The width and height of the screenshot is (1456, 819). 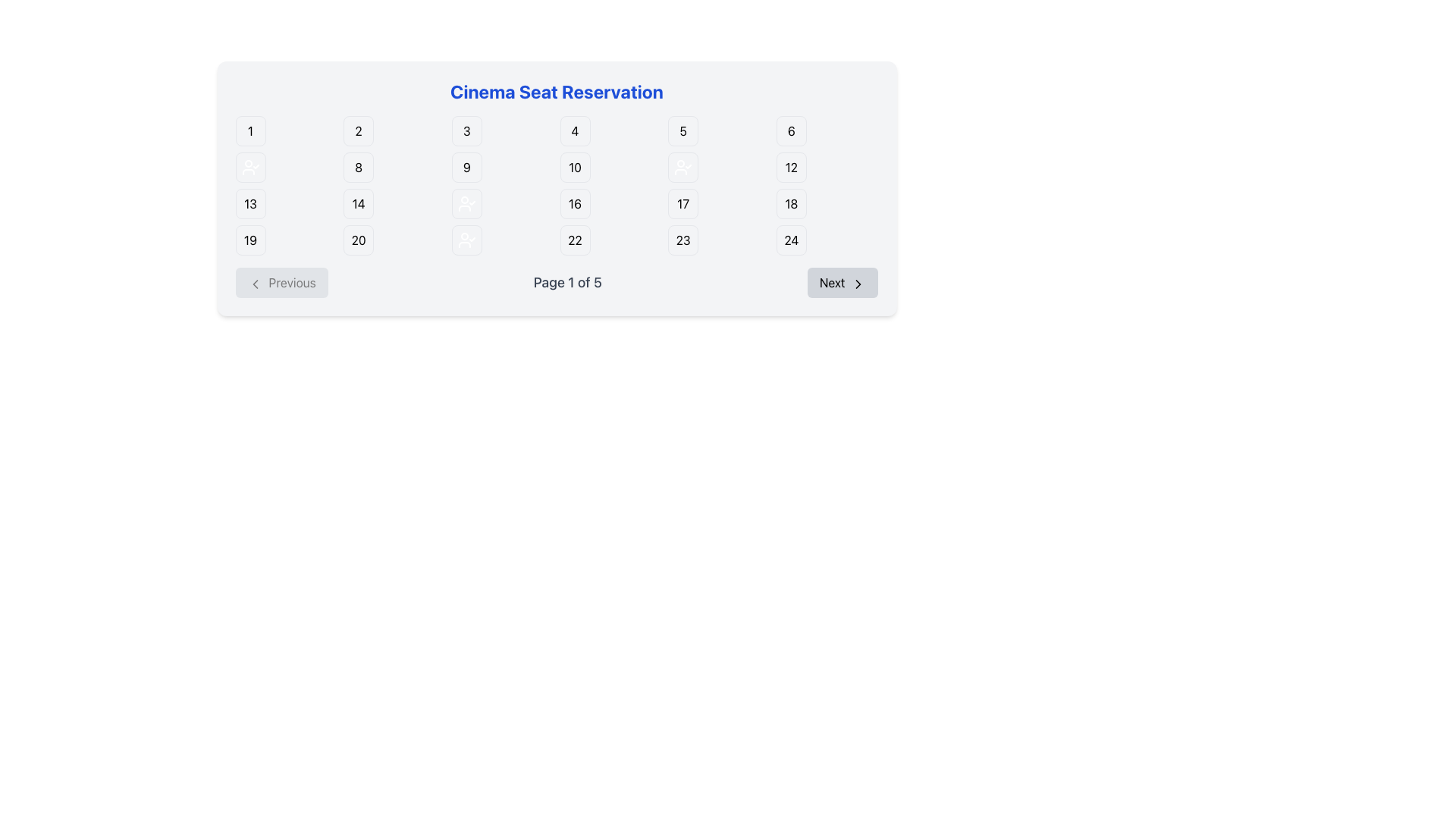 I want to click on the selectable option button located at the top-left corner of the grid layout, so click(x=250, y=130).